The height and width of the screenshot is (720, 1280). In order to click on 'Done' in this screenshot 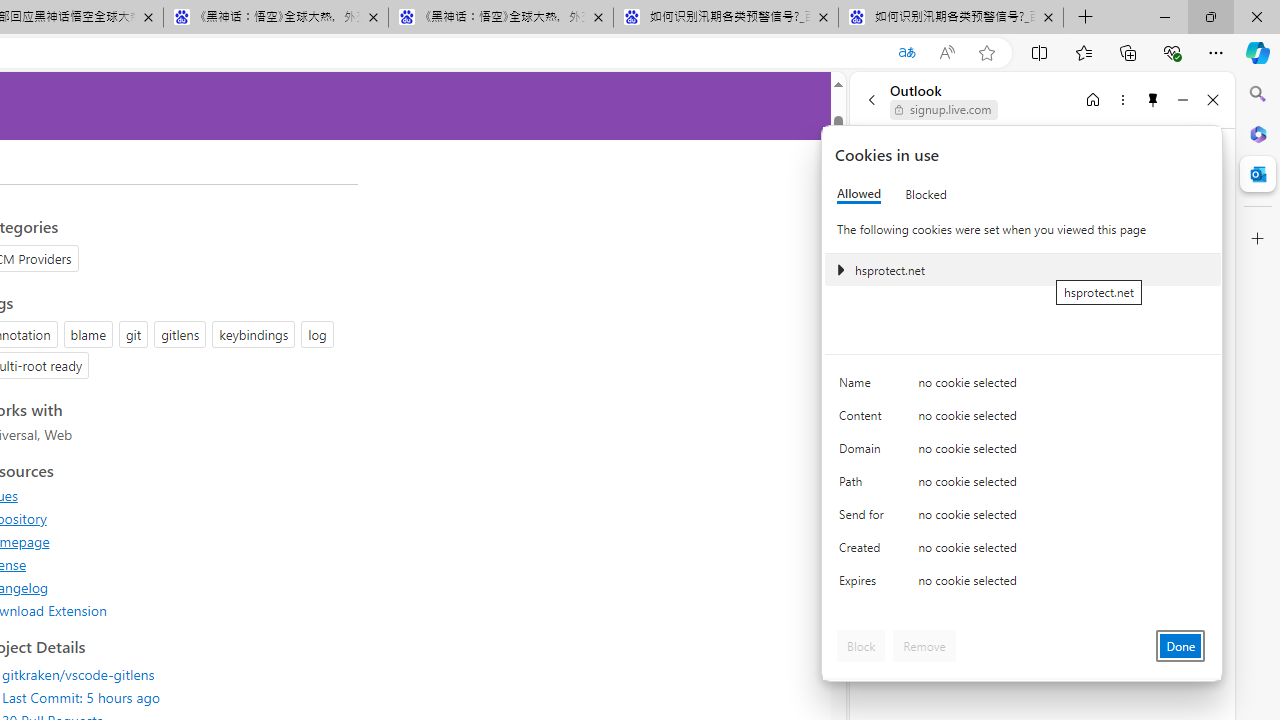, I will do `click(1180, 645)`.